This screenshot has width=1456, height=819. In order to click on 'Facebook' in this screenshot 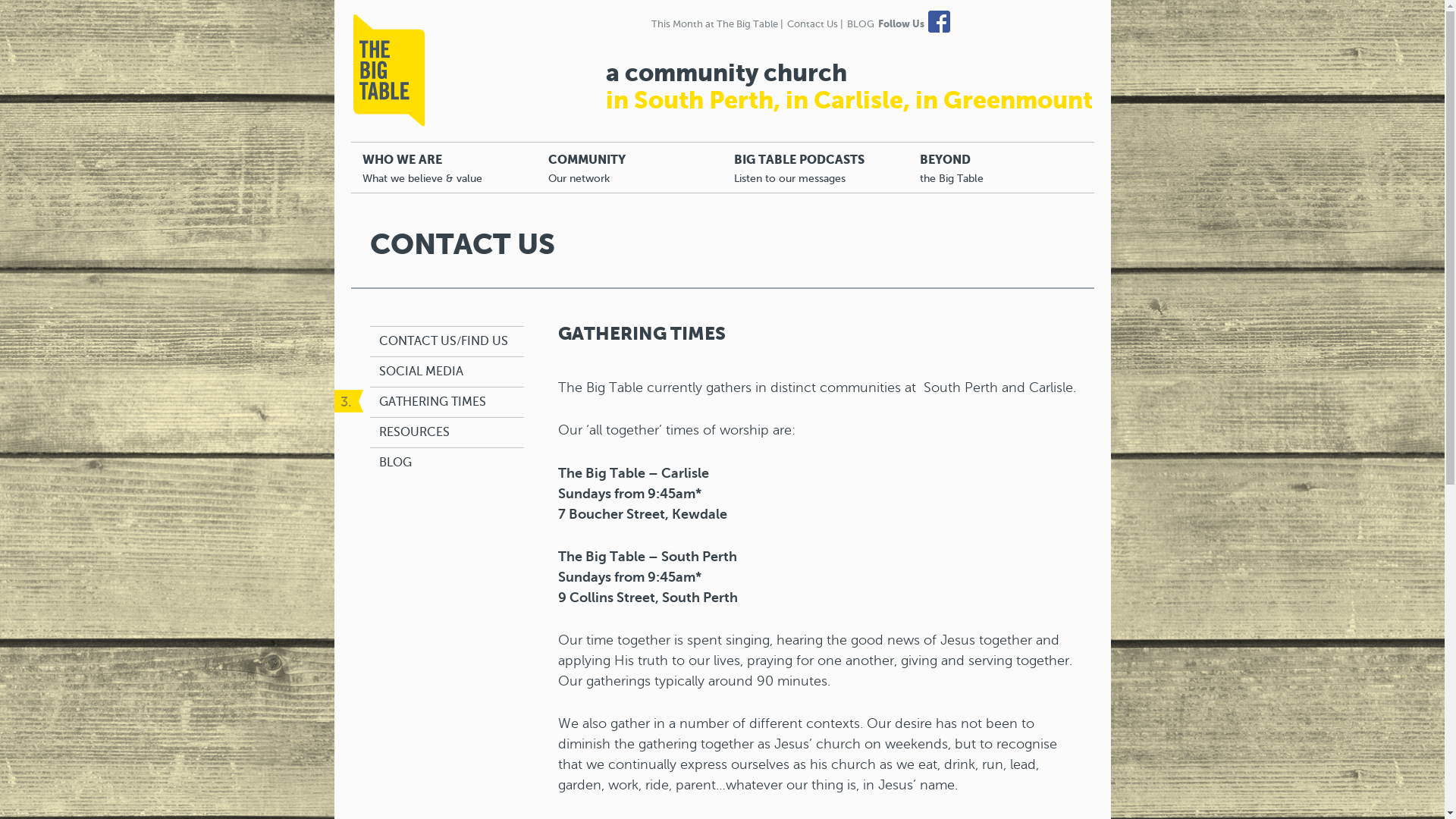, I will do `click(938, 22)`.